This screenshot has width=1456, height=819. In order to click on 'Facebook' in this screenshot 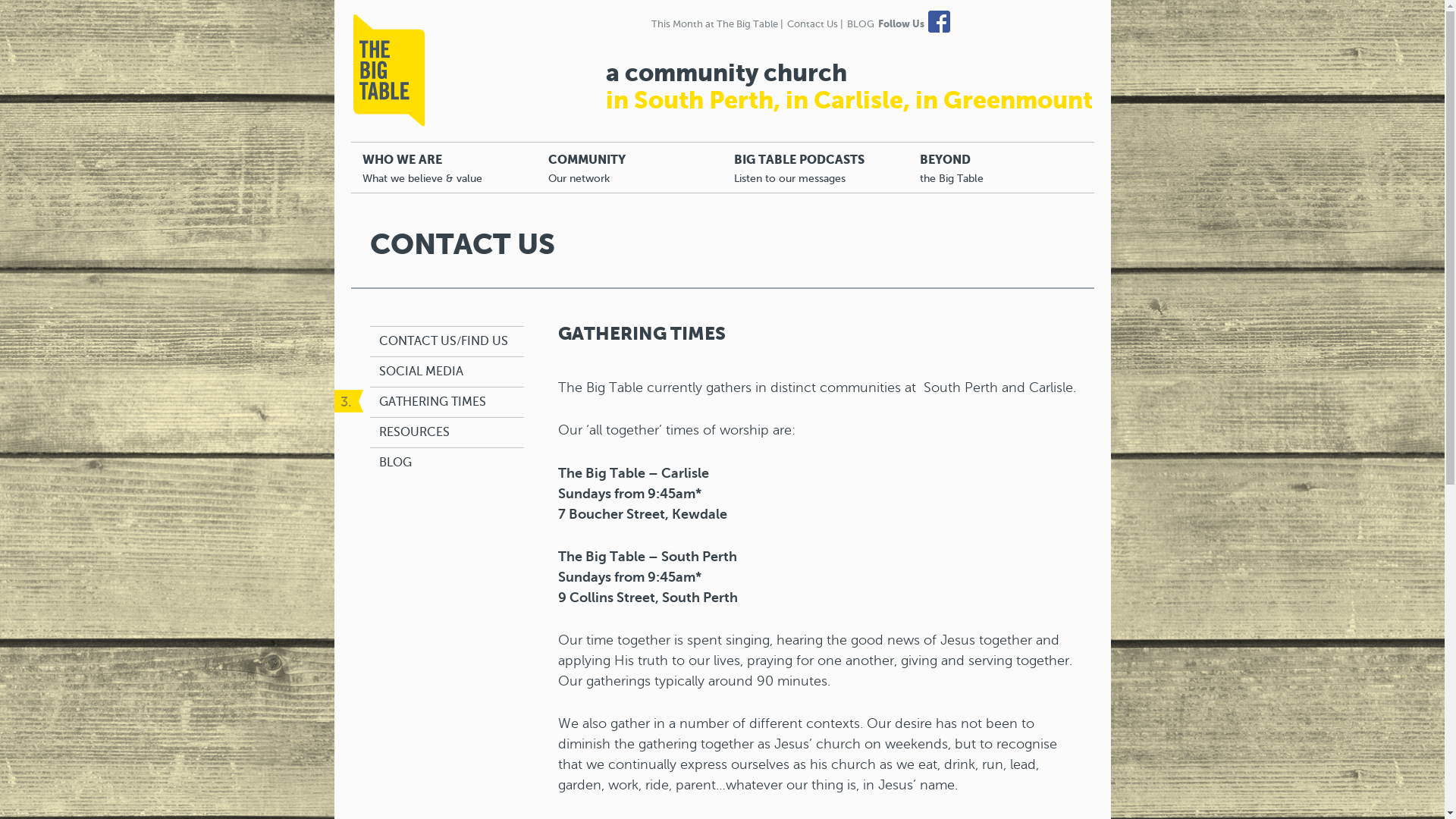, I will do `click(938, 22)`.